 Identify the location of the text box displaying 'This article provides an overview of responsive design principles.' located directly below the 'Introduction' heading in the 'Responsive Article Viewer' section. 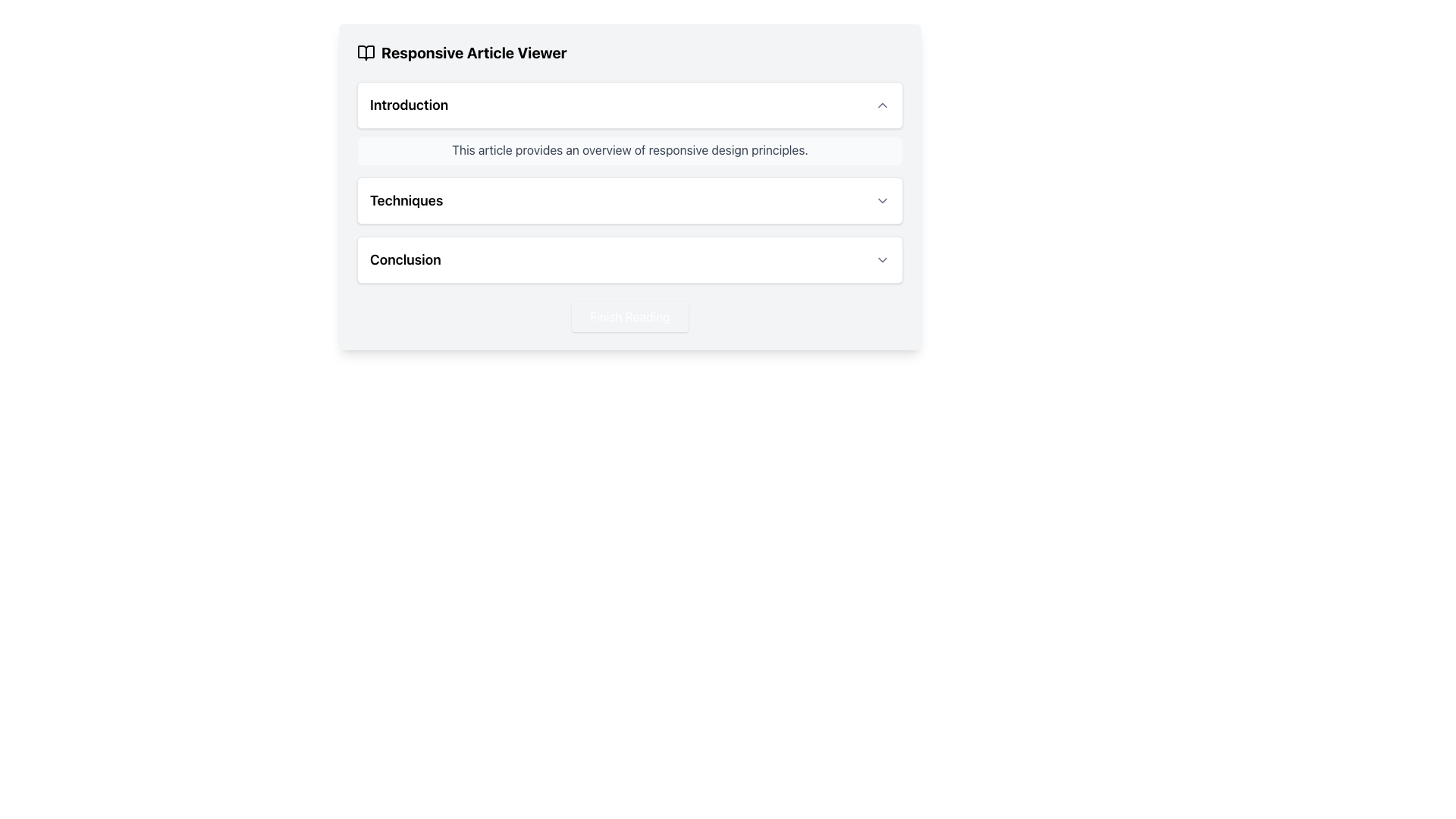
(629, 149).